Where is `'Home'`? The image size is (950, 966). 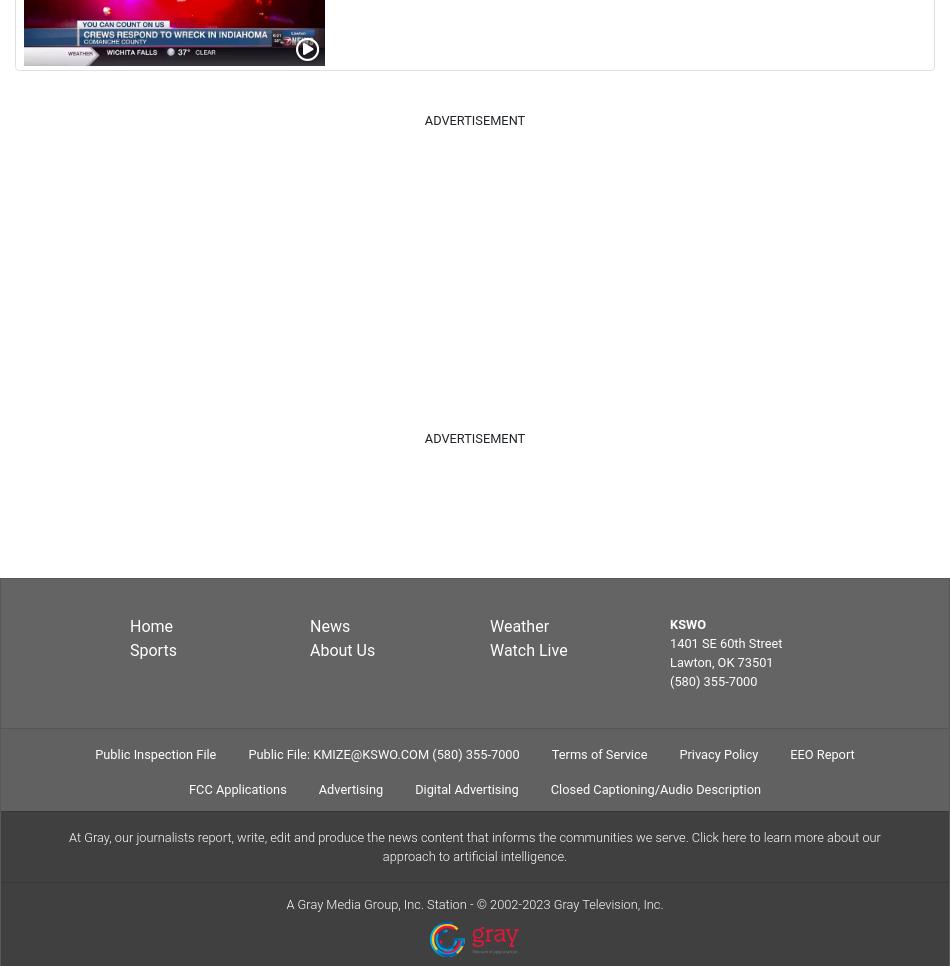 'Home' is located at coordinates (129, 624).